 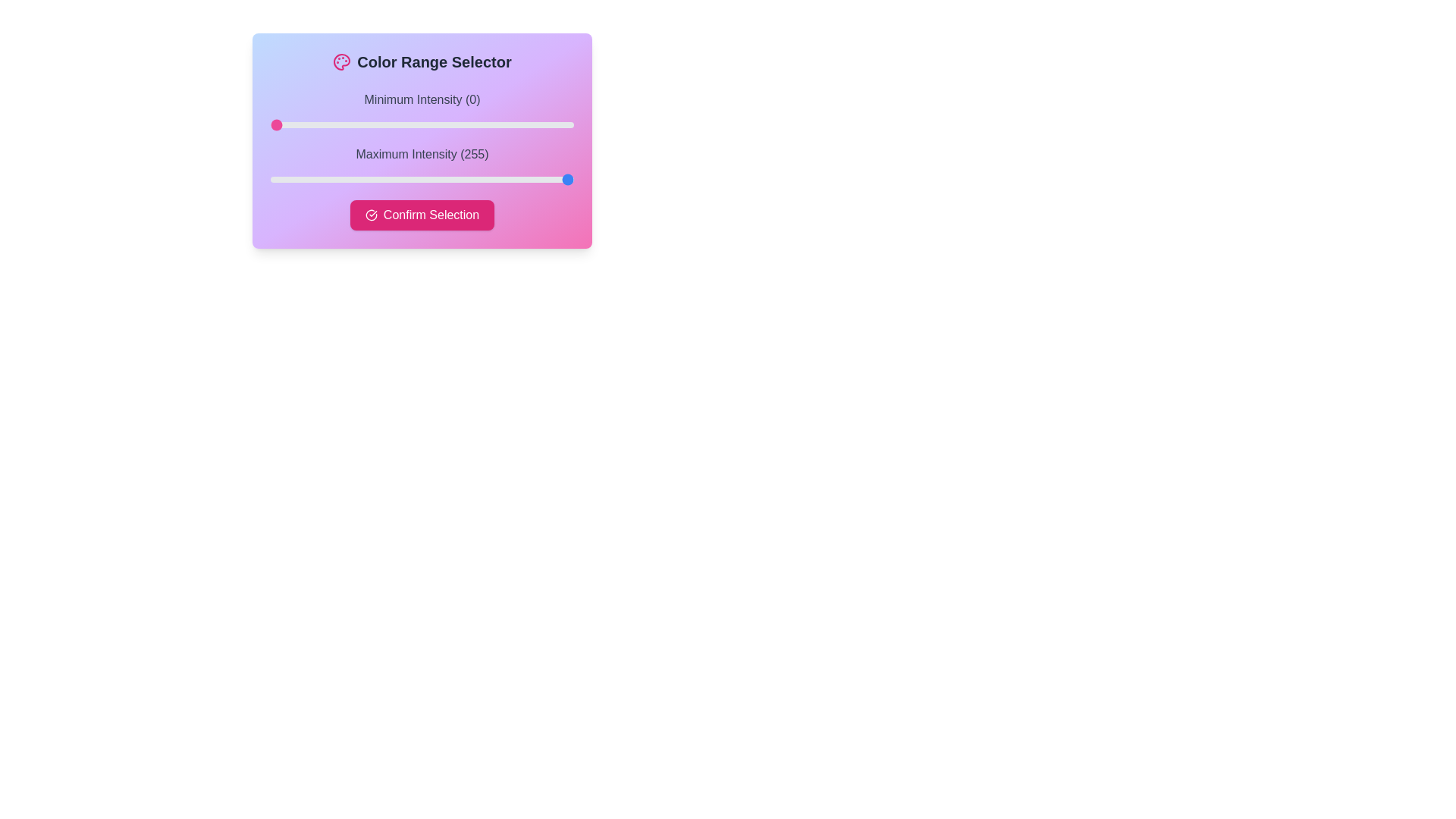 I want to click on the slider to set the intensity to 45, so click(x=323, y=124).